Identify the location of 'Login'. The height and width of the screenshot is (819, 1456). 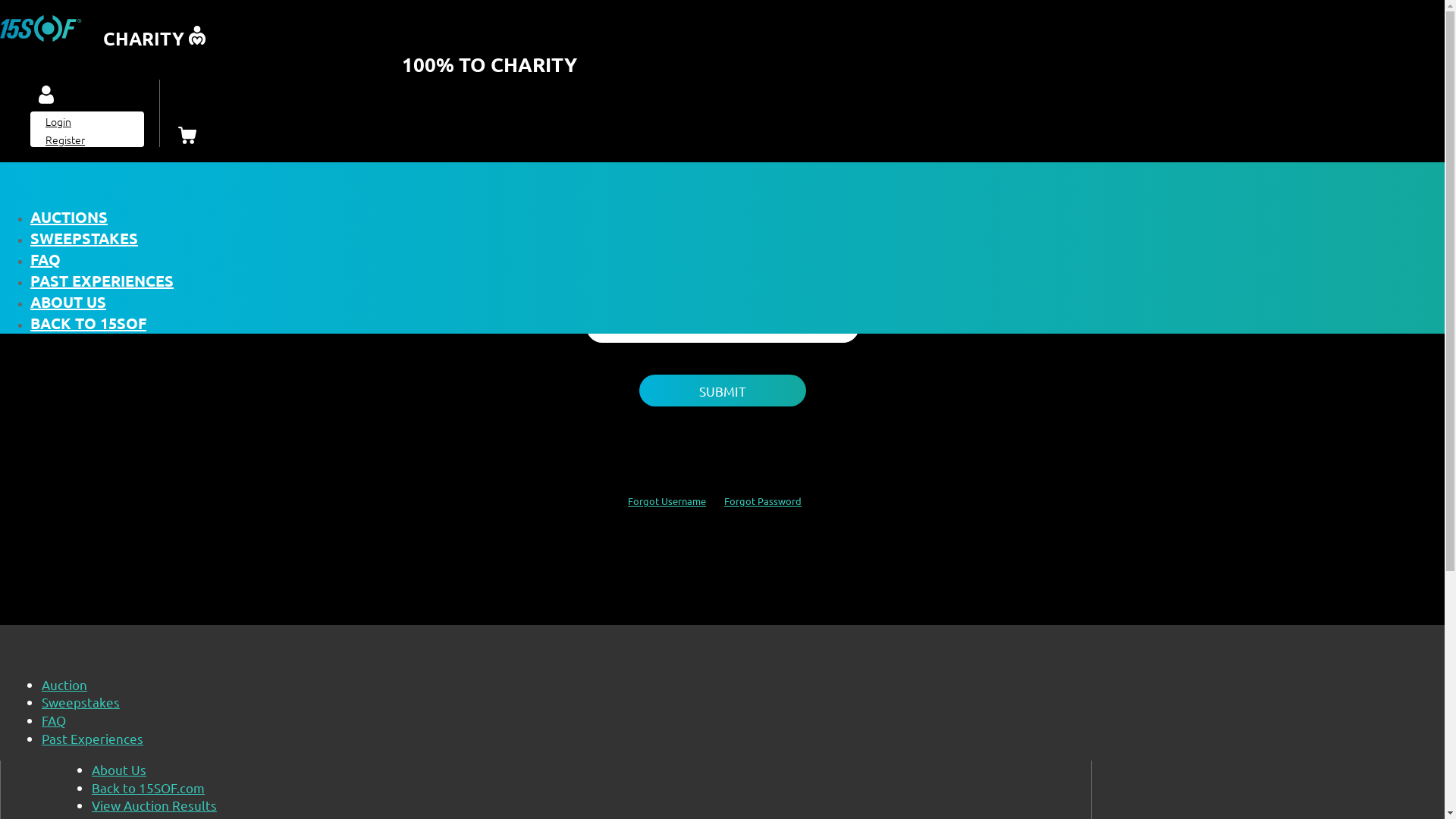
(58, 120).